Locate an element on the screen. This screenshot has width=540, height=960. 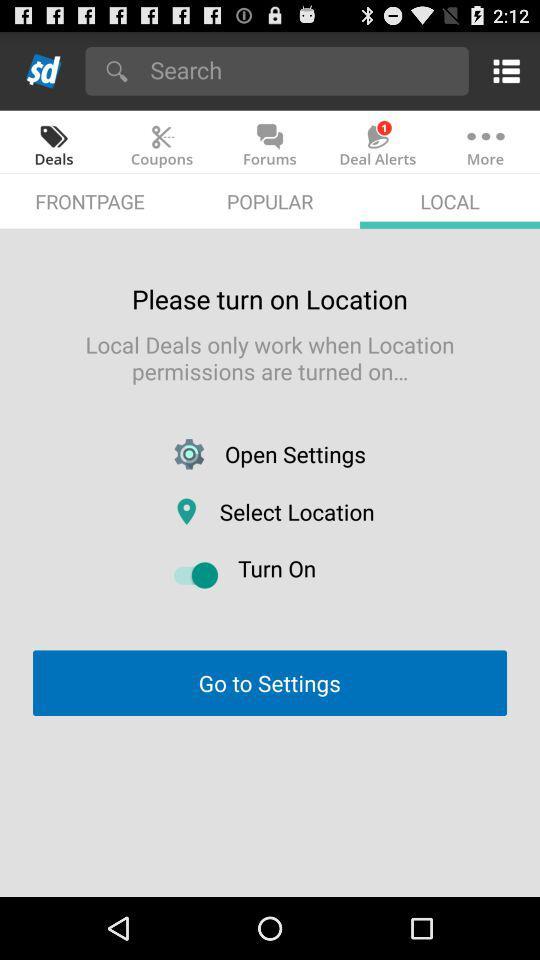
the popular icon is located at coordinates (270, 201).